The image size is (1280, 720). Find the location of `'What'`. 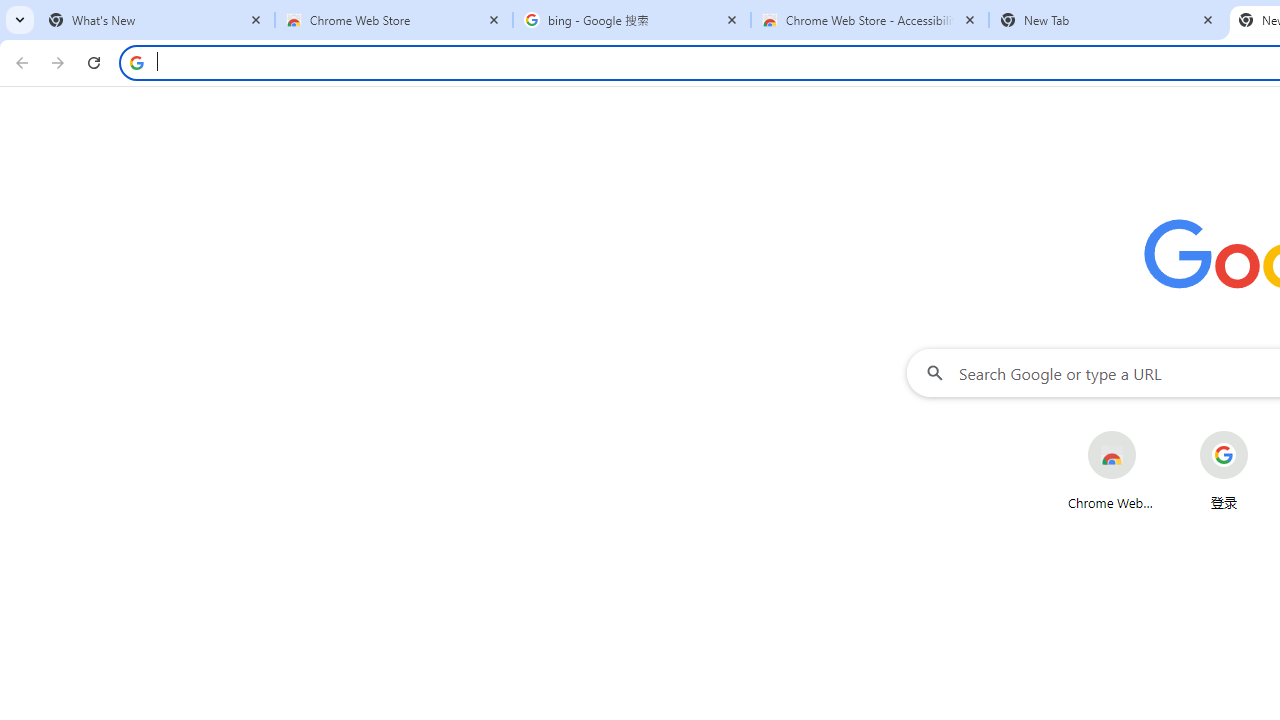

'What' is located at coordinates (155, 20).